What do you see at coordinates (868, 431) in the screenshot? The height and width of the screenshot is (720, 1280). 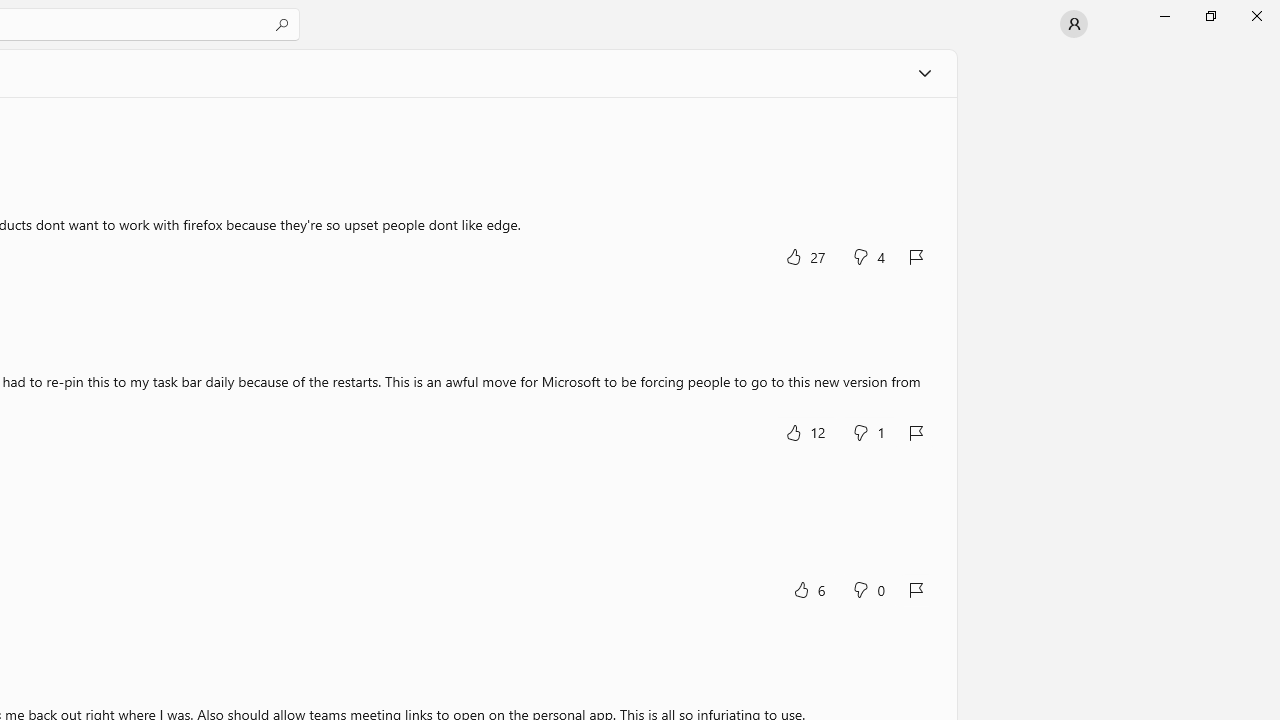 I see `'No, this was not helpful. 1 votes.'` at bounding box center [868, 431].